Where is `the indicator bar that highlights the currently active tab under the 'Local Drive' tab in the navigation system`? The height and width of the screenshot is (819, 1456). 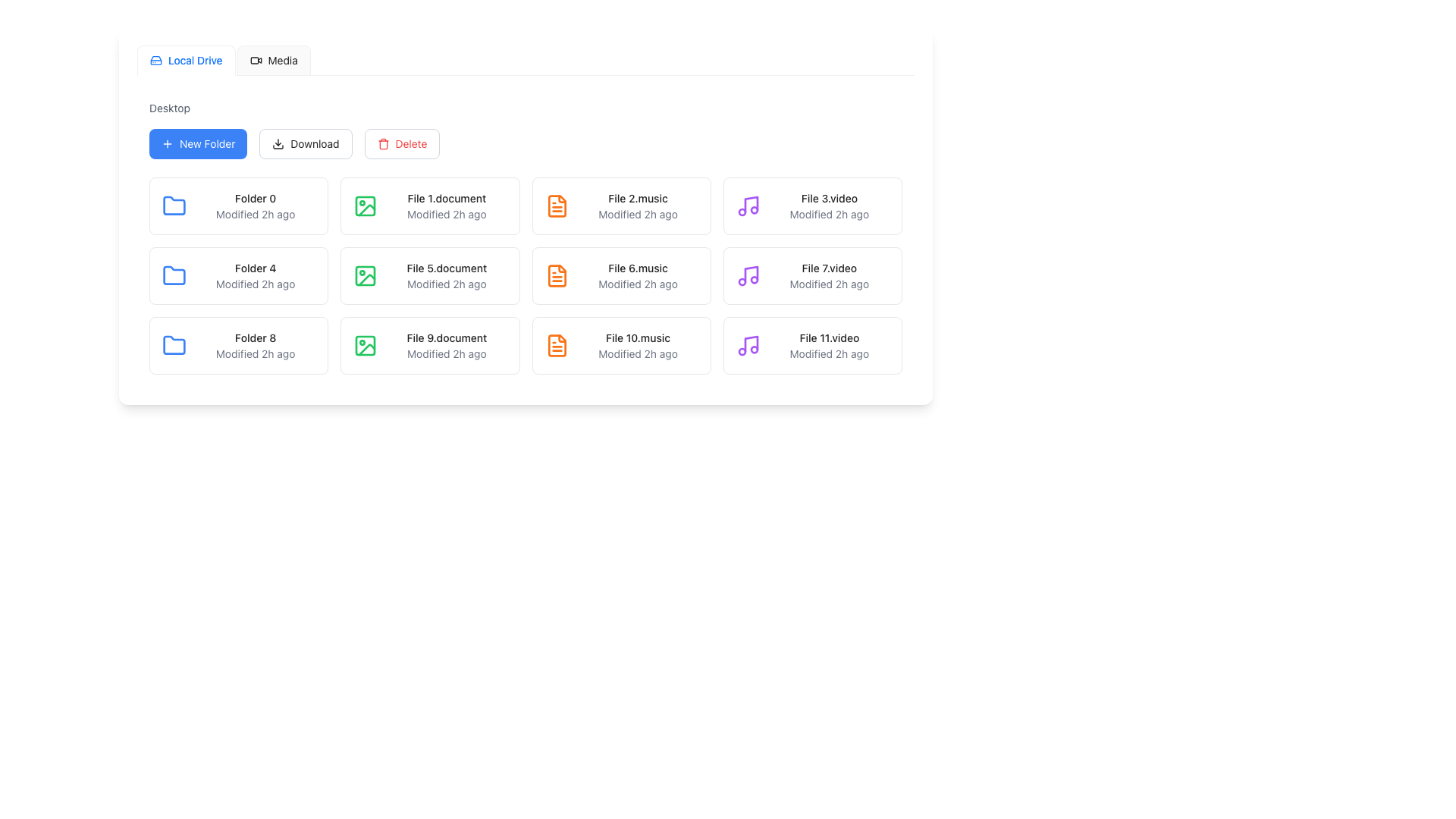 the indicator bar that highlights the currently active tab under the 'Local Drive' tab in the navigation system is located at coordinates (185, 75).